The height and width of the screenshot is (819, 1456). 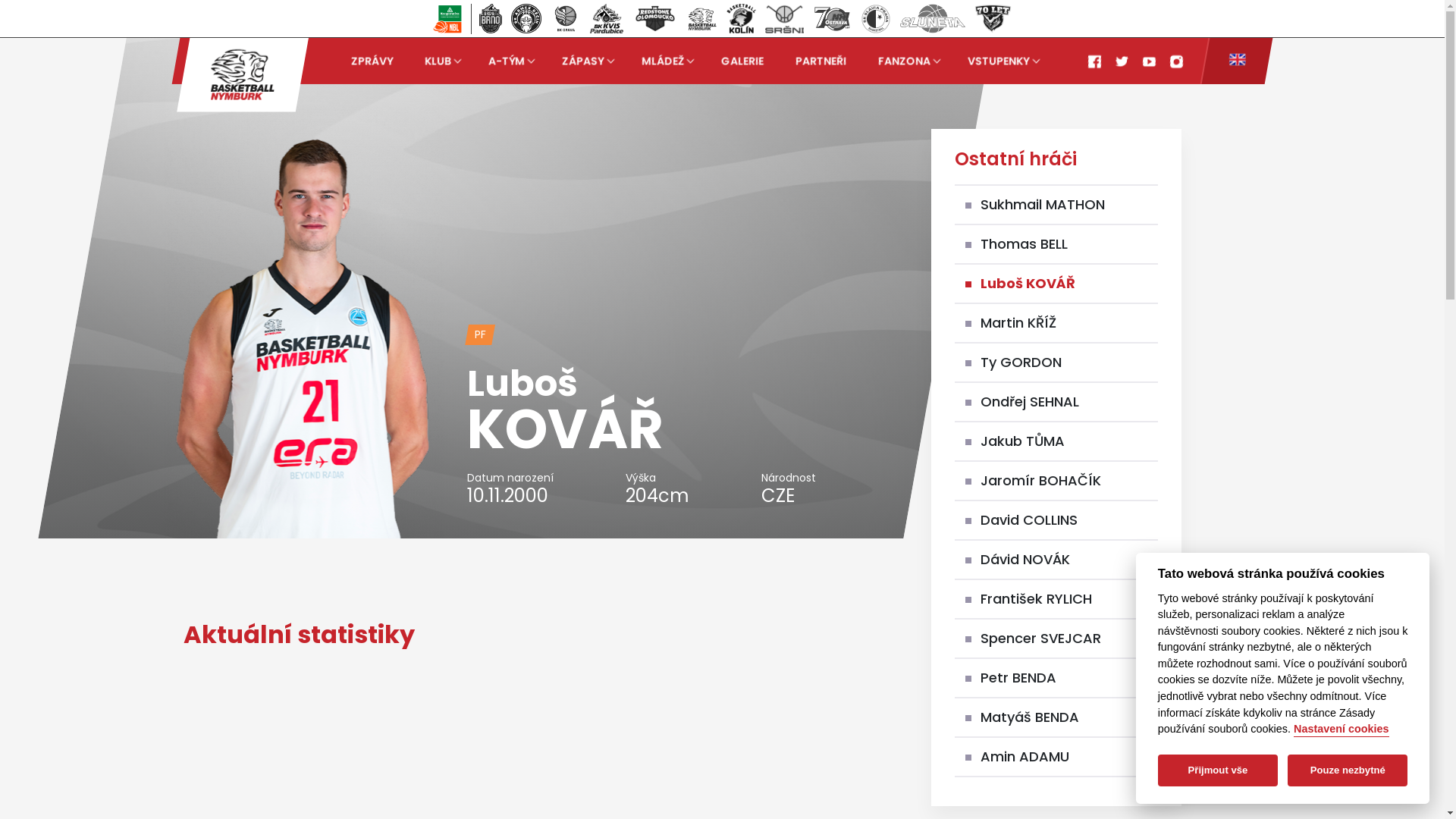 I want to click on 'Amin ADAMU', so click(x=1025, y=756).